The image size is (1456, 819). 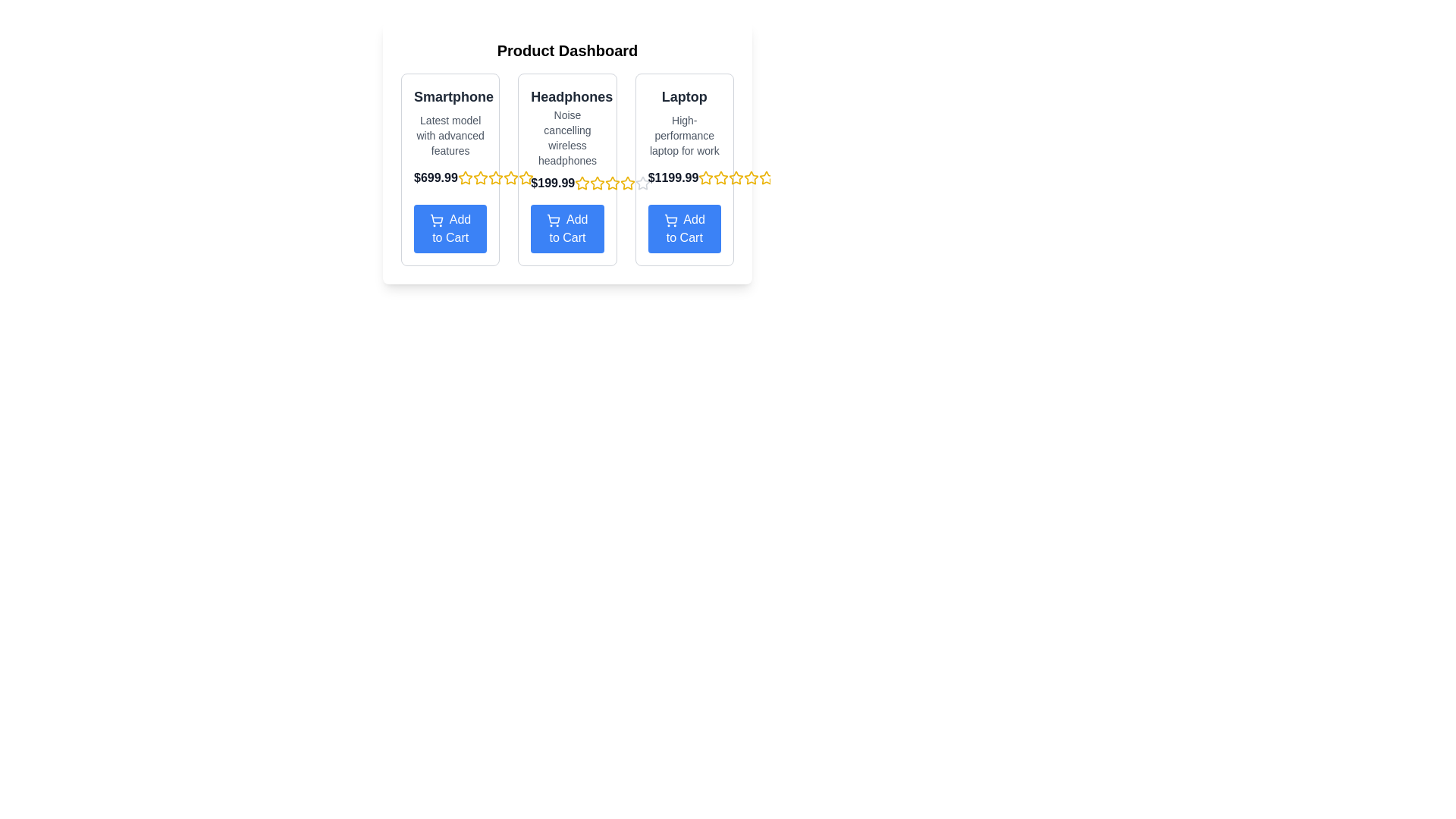 I want to click on the second rating star under the 'Headphones' section, so click(x=526, y=177).